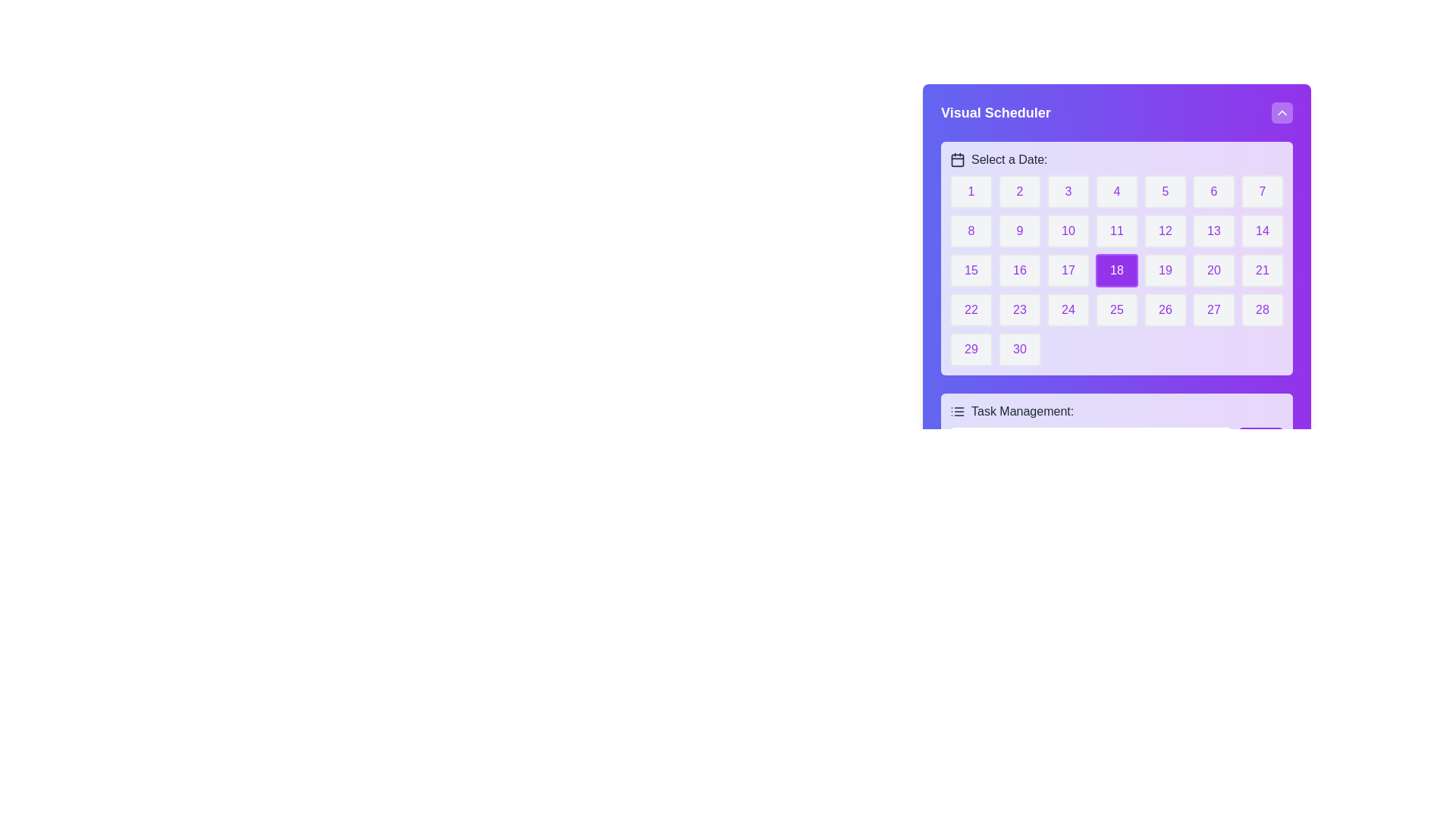  Describe the element at coordinates (1117, 270) in the screenshot. I see `the button for the date '18' in the date selection panel` at that location.